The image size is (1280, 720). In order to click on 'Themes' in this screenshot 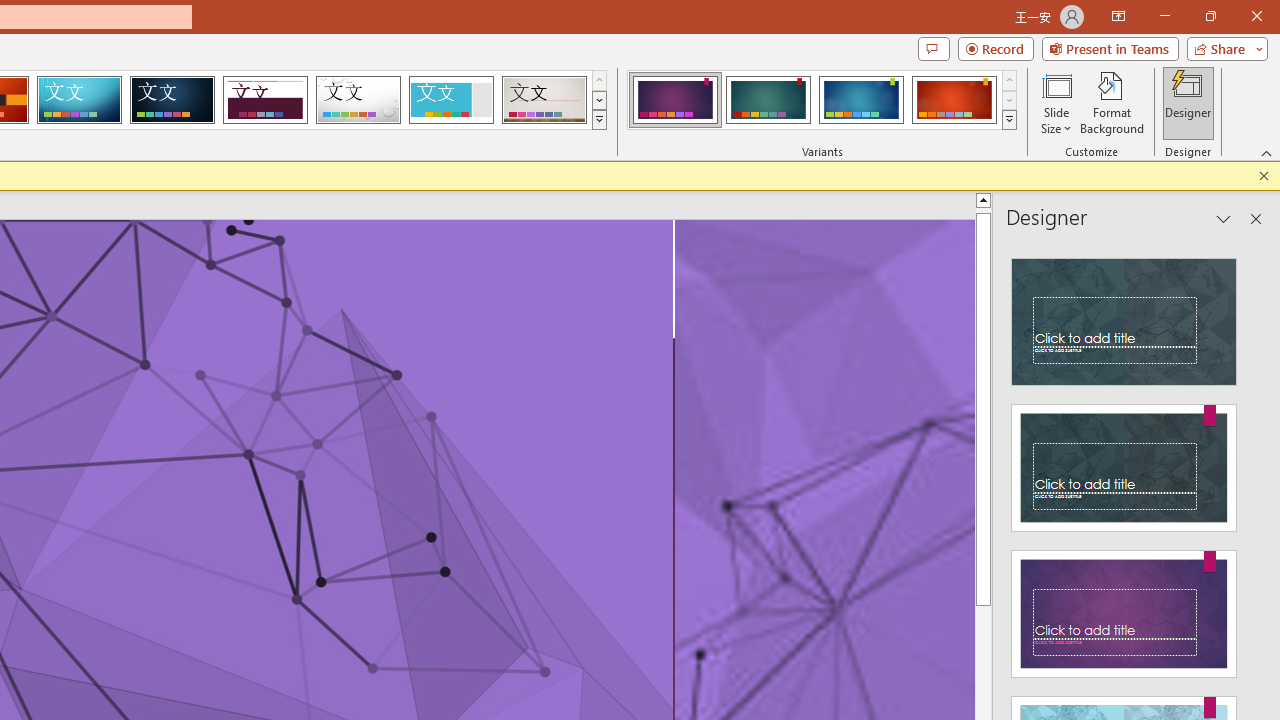, I will do `click(598, 120)`.